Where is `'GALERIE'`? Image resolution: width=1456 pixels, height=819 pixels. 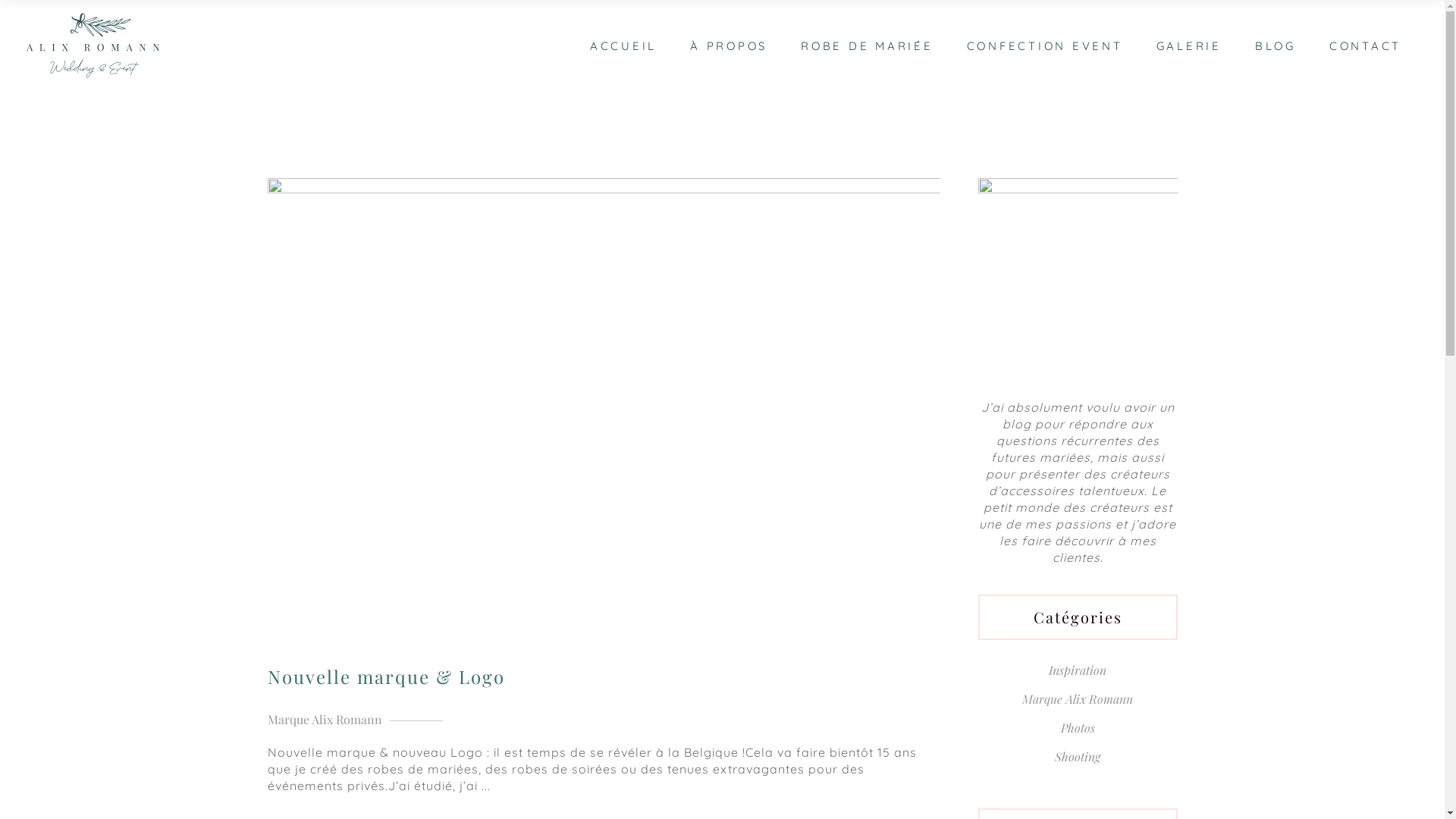
'GALERIE' is located at coordinates (1187, 45).